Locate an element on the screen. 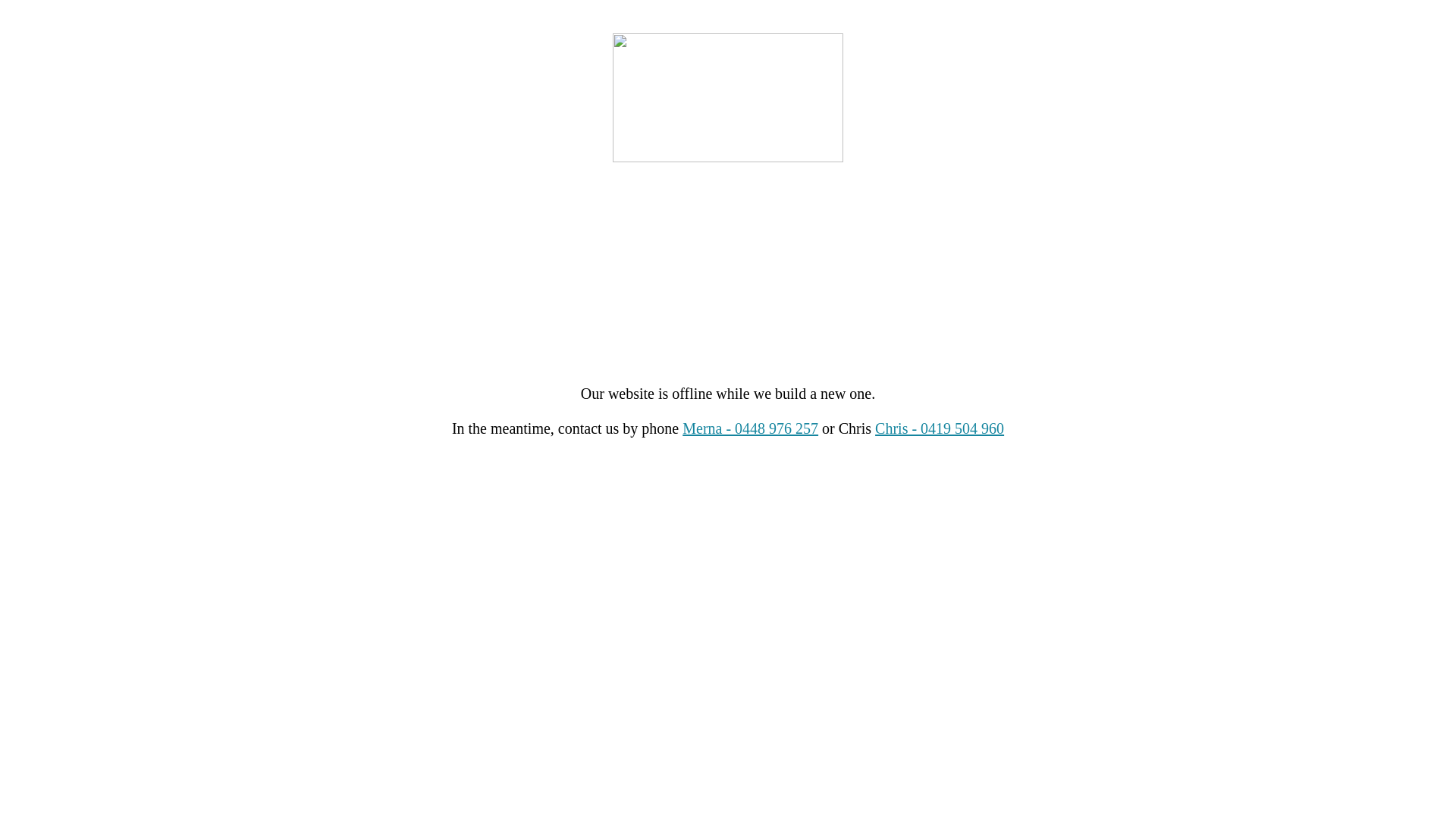  'Merna - 0448 976 257' is located at coordinates (750, 428).